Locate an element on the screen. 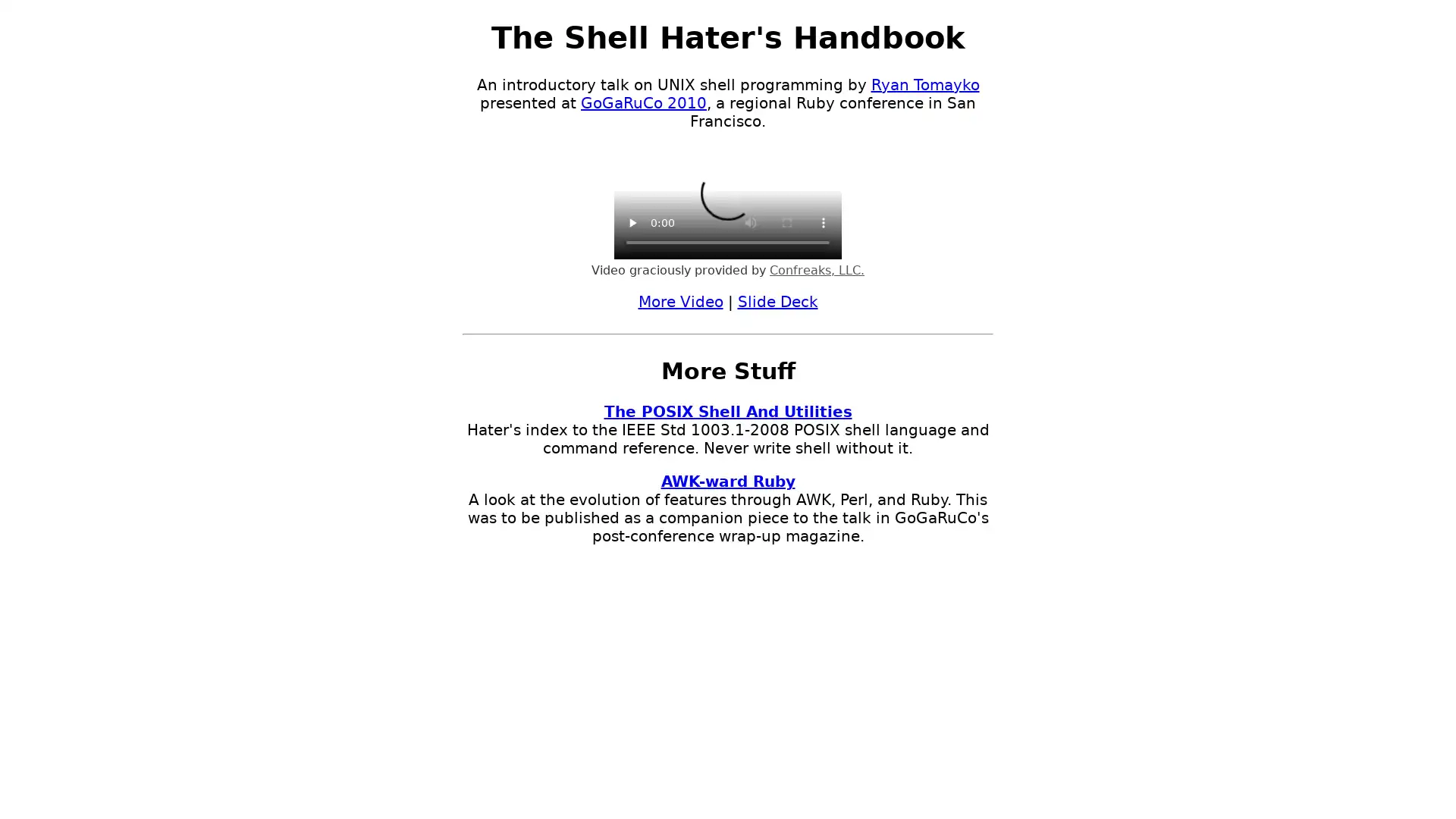  mute is located at coordinates (750, 222).